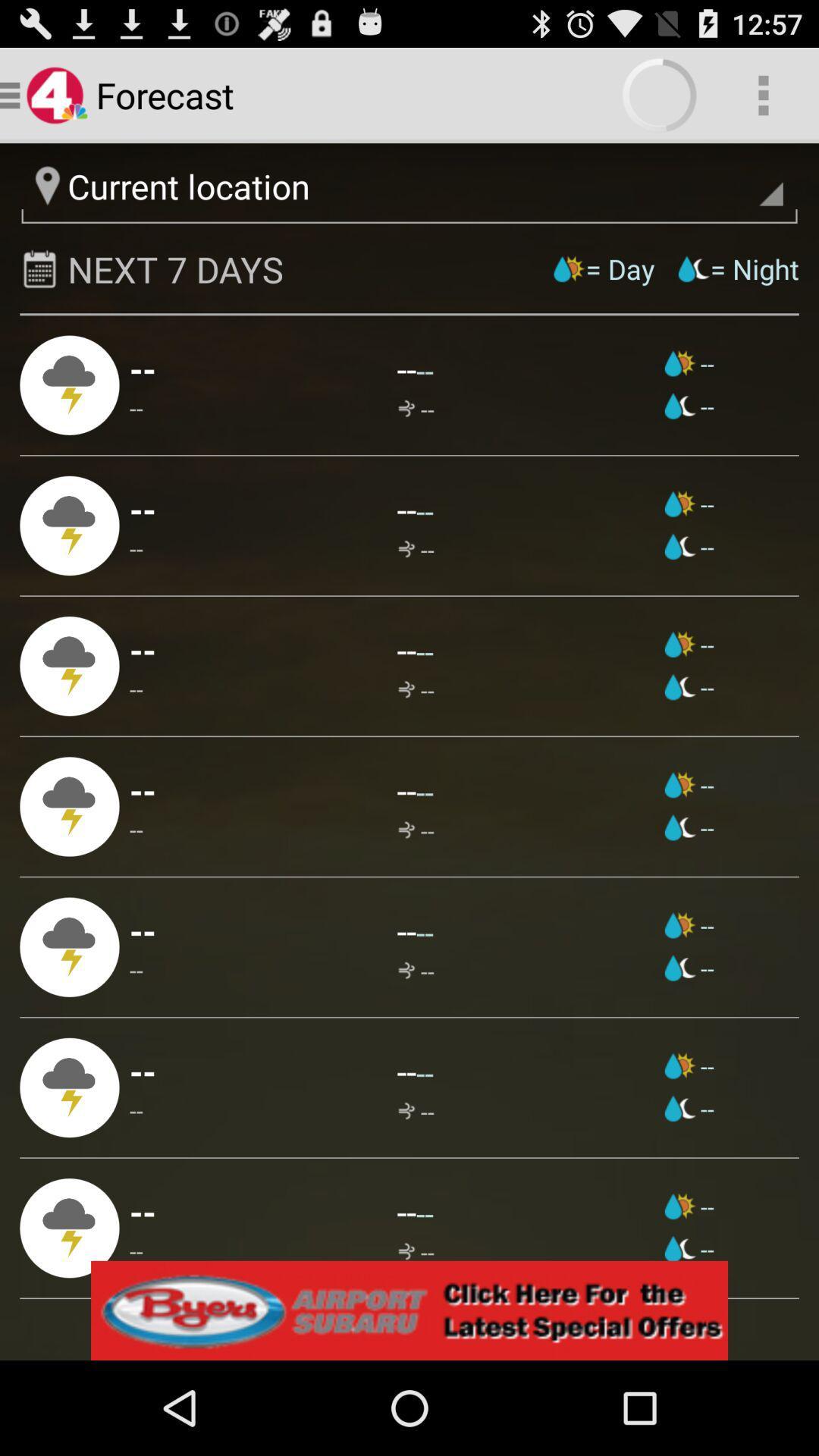 The width and height of the screenshot is (819, 1456). What do you see at coordinates (143, 930) in the screenshot?
I see `the icon below the -- app` at bounding box center [143, 930].